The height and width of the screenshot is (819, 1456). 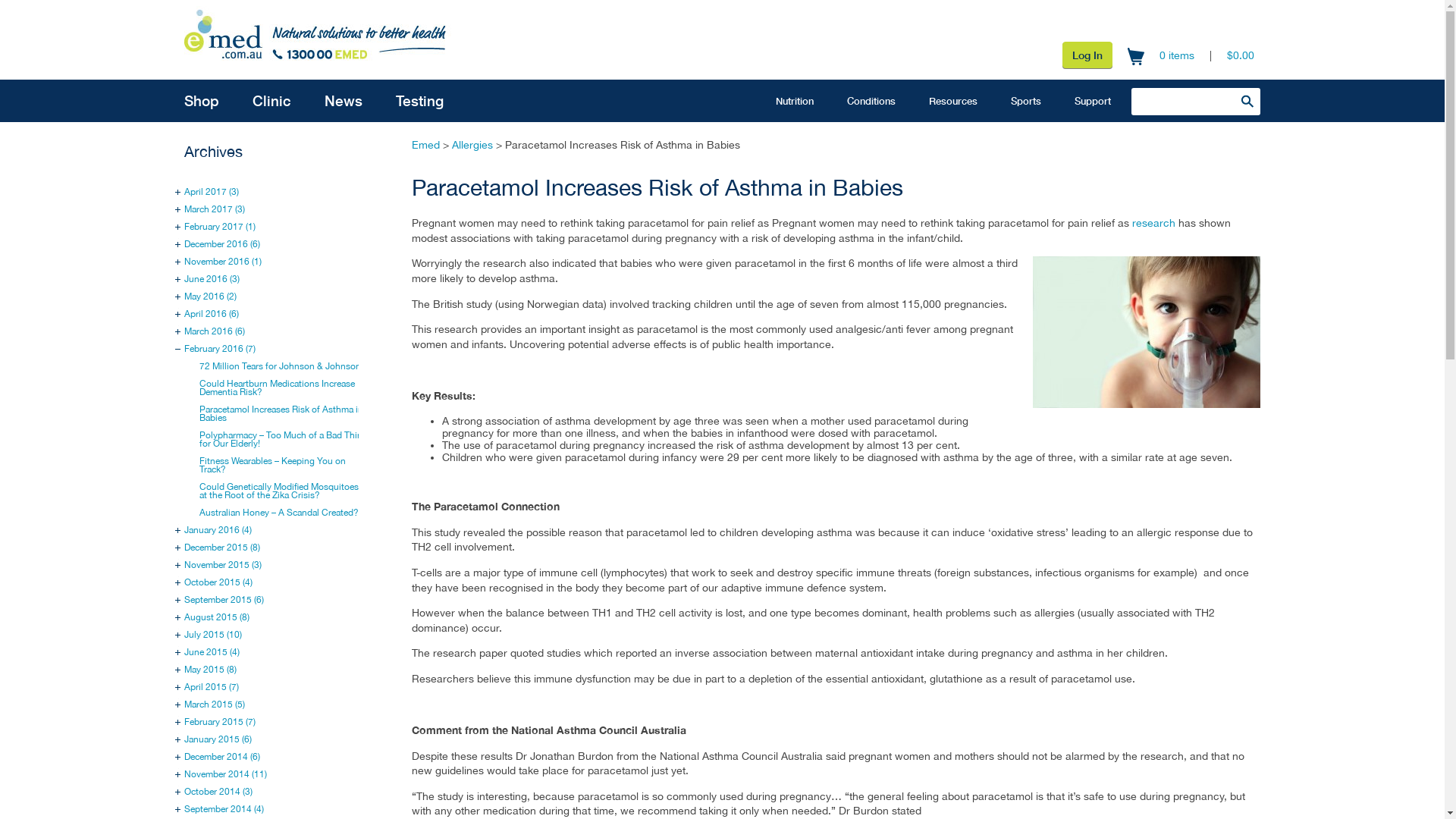 I want to click on 'News', so click(x=342, y=100).